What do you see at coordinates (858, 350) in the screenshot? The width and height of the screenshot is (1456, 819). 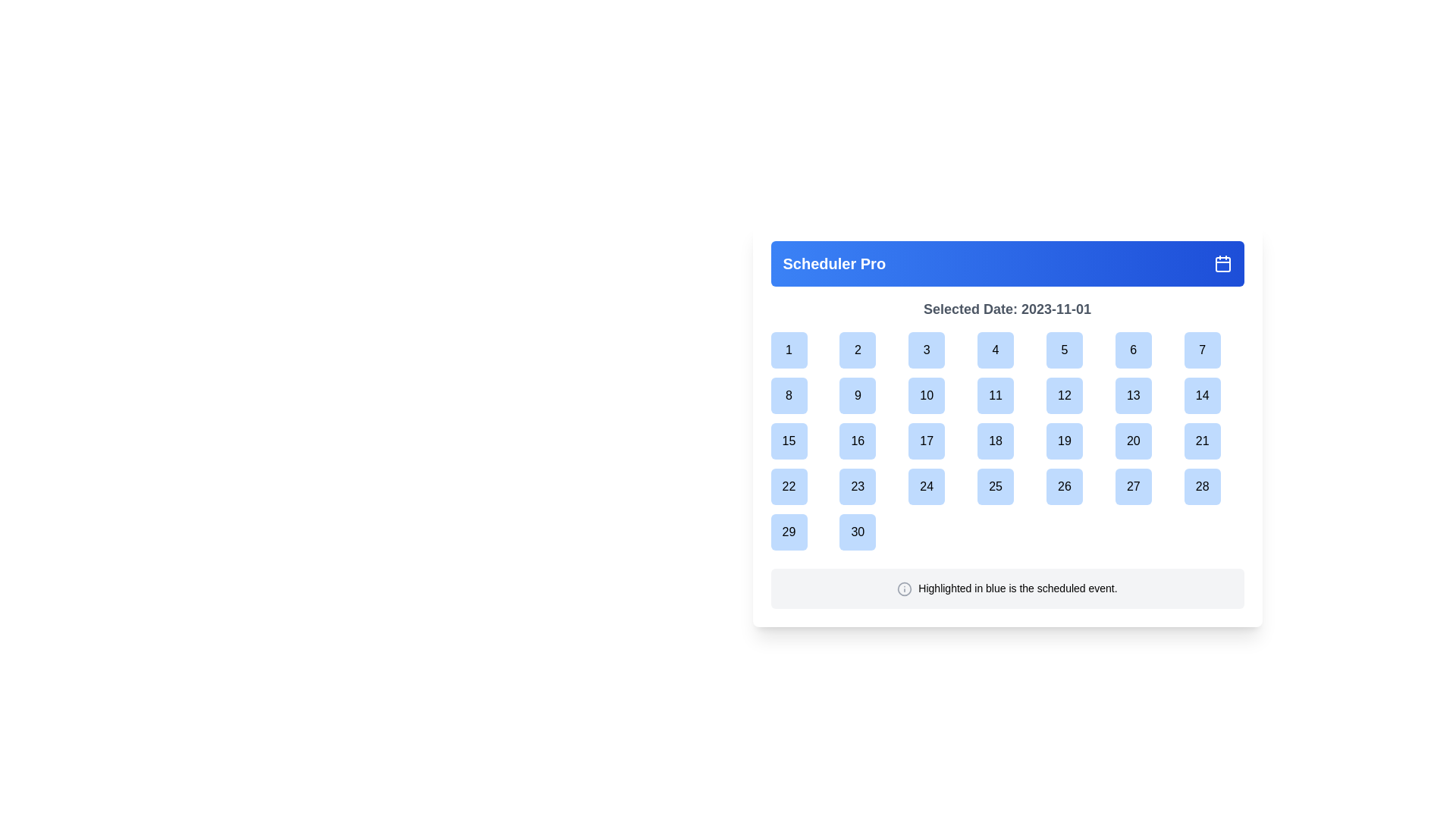 I see `the square button with a light blue background, rounded corners, and the number '2' in bold black text, which is the second button in the first row of the calendar grid` at bounding box center [858, 350].